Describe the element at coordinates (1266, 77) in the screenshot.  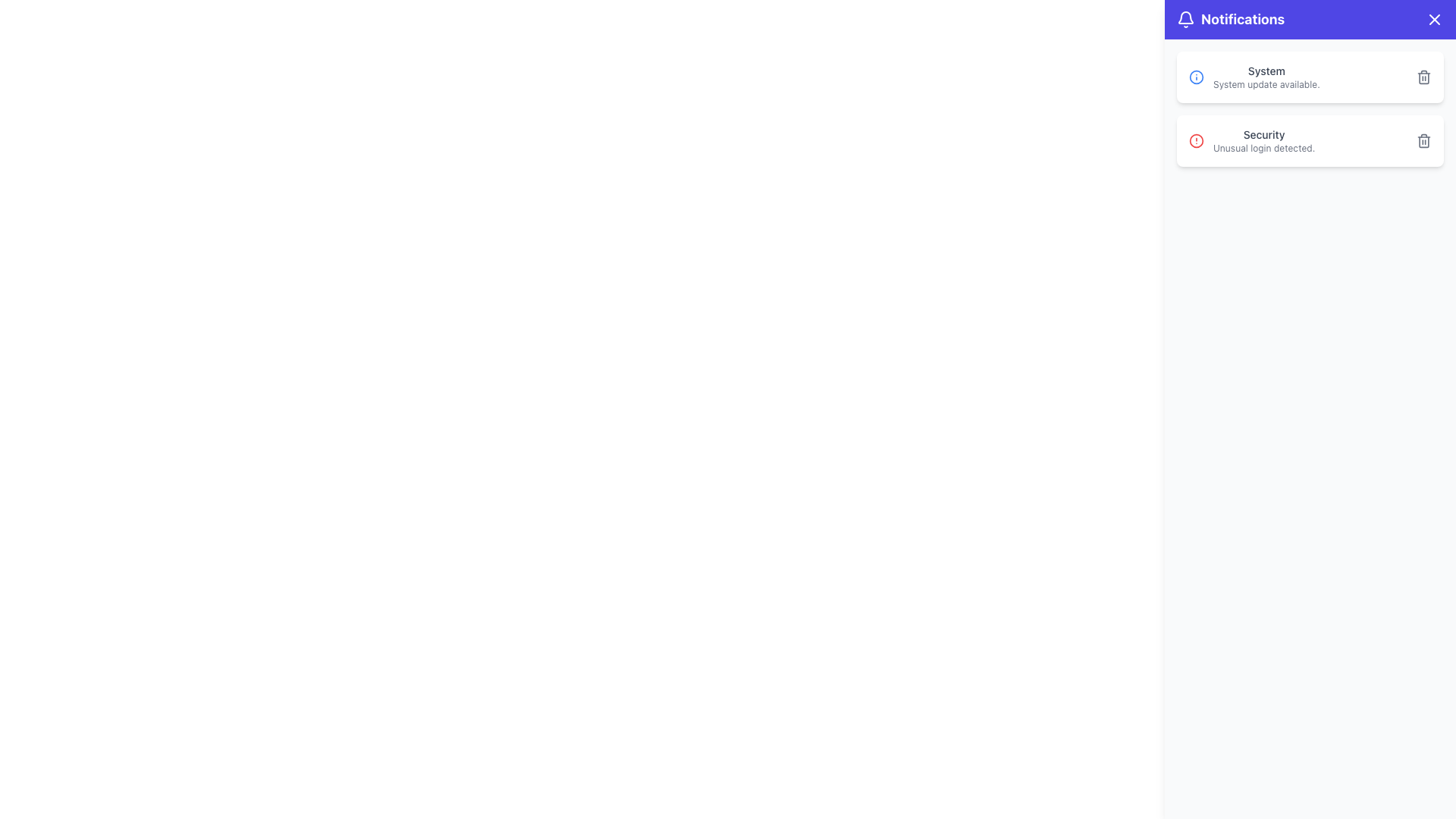
I see `text content of the notification title and description located in the first notification card in the 'Notifications' sidebar, positioned below the icon on the left side of the card` at that location.